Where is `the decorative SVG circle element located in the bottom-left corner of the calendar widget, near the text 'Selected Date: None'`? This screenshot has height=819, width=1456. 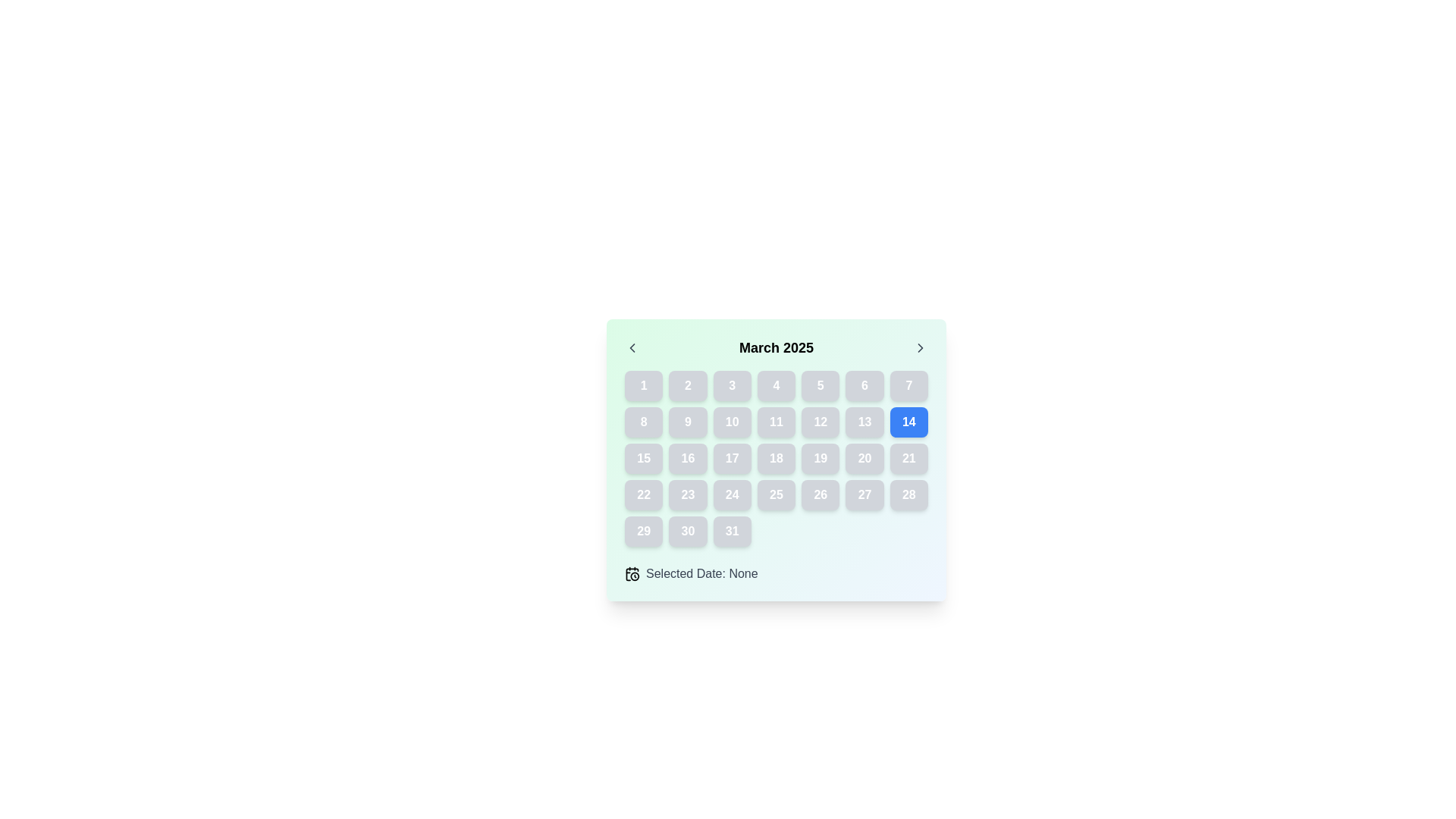
the decorative SVG circle element located in the bottom-left corner of the calendar widget, near the text 'Selected Date: None' is located at coordinates (635, 576).